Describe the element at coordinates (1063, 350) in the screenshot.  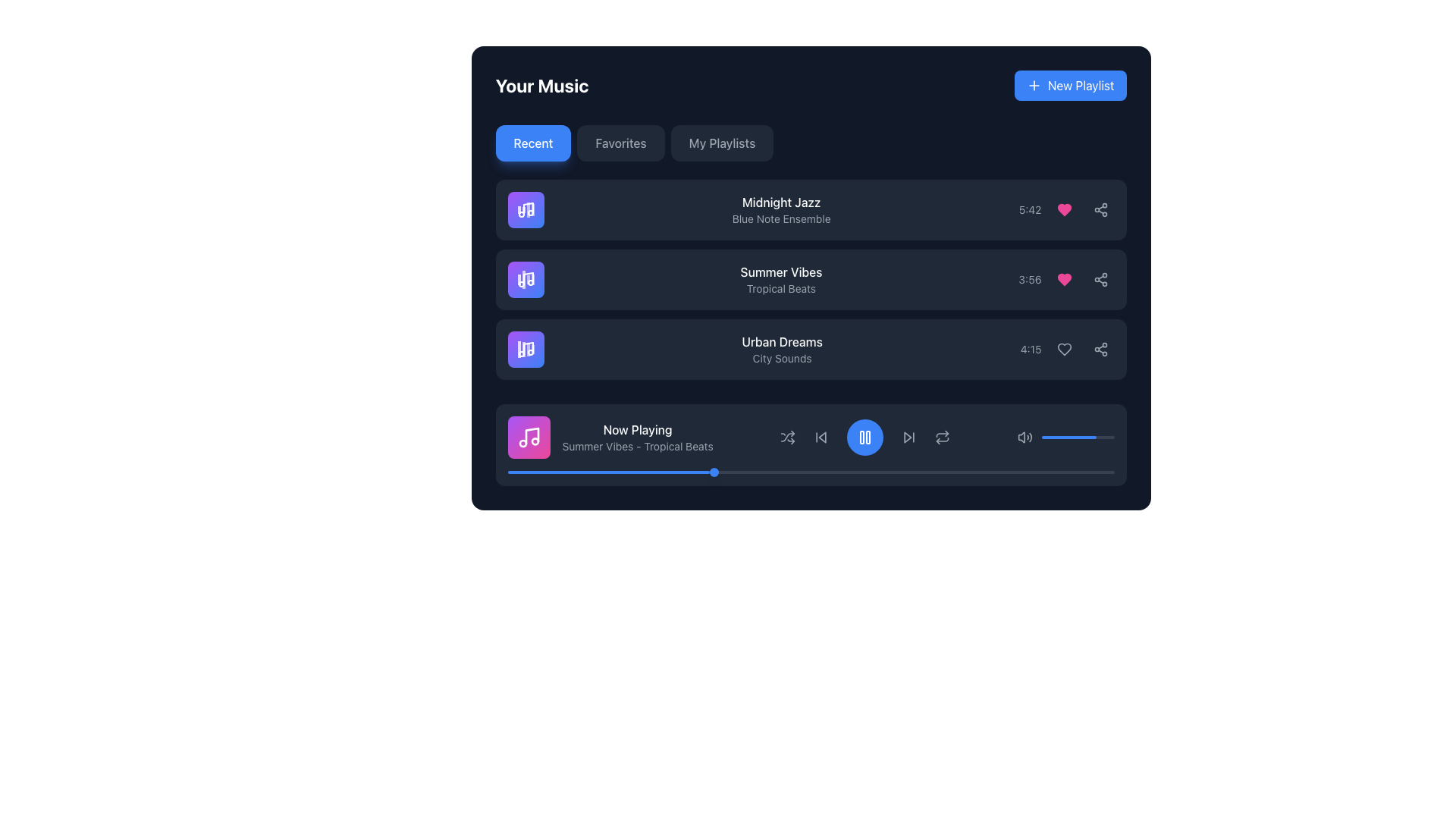
I see `the Interactive icon in the third row of the songs or playlists list to favorite or unfavorite the item, located next to the '4:15' text and a sharing icon` at that location.